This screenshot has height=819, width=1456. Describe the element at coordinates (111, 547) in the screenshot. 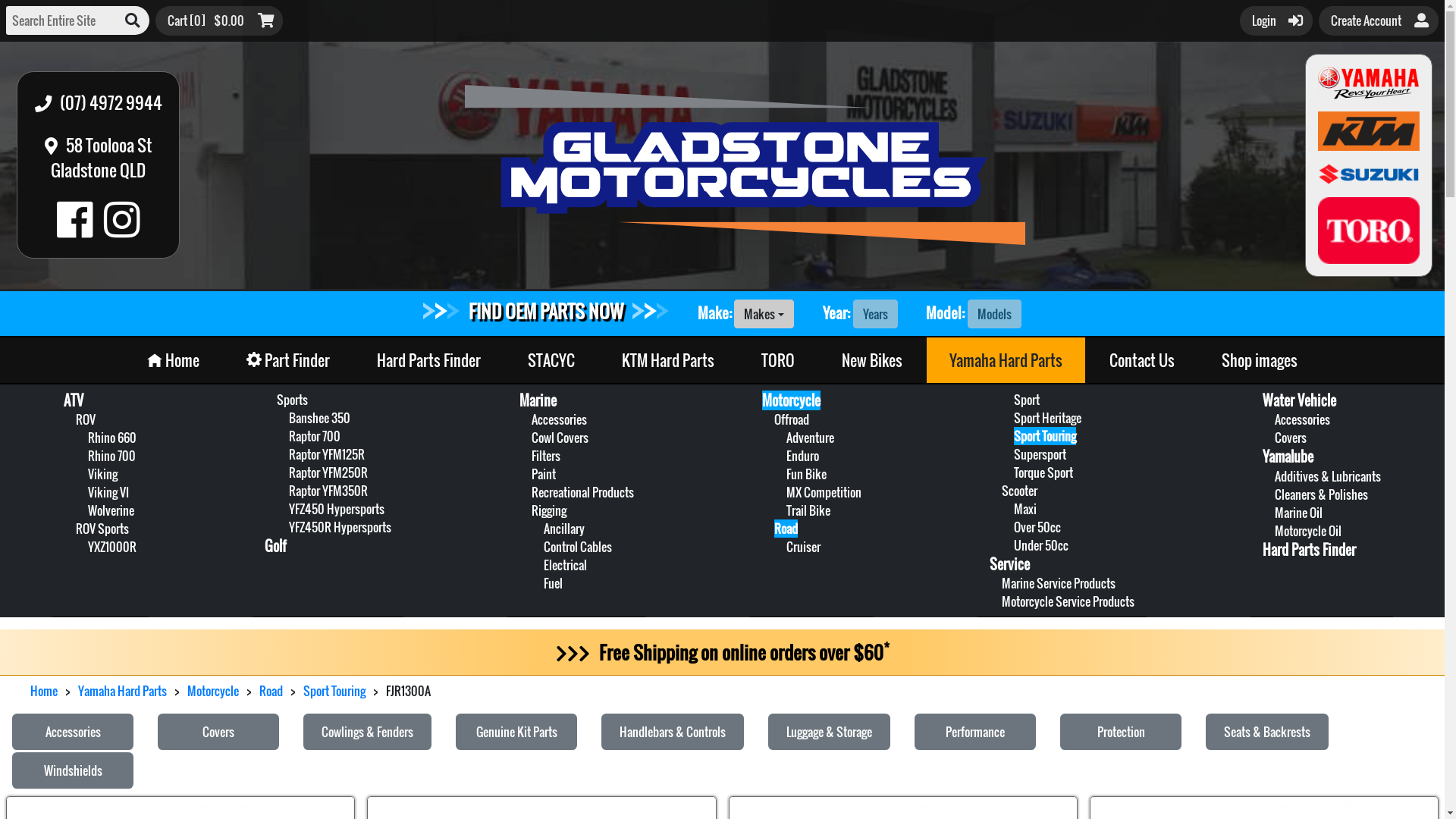

I see `'YXZ1000R'` at that location.